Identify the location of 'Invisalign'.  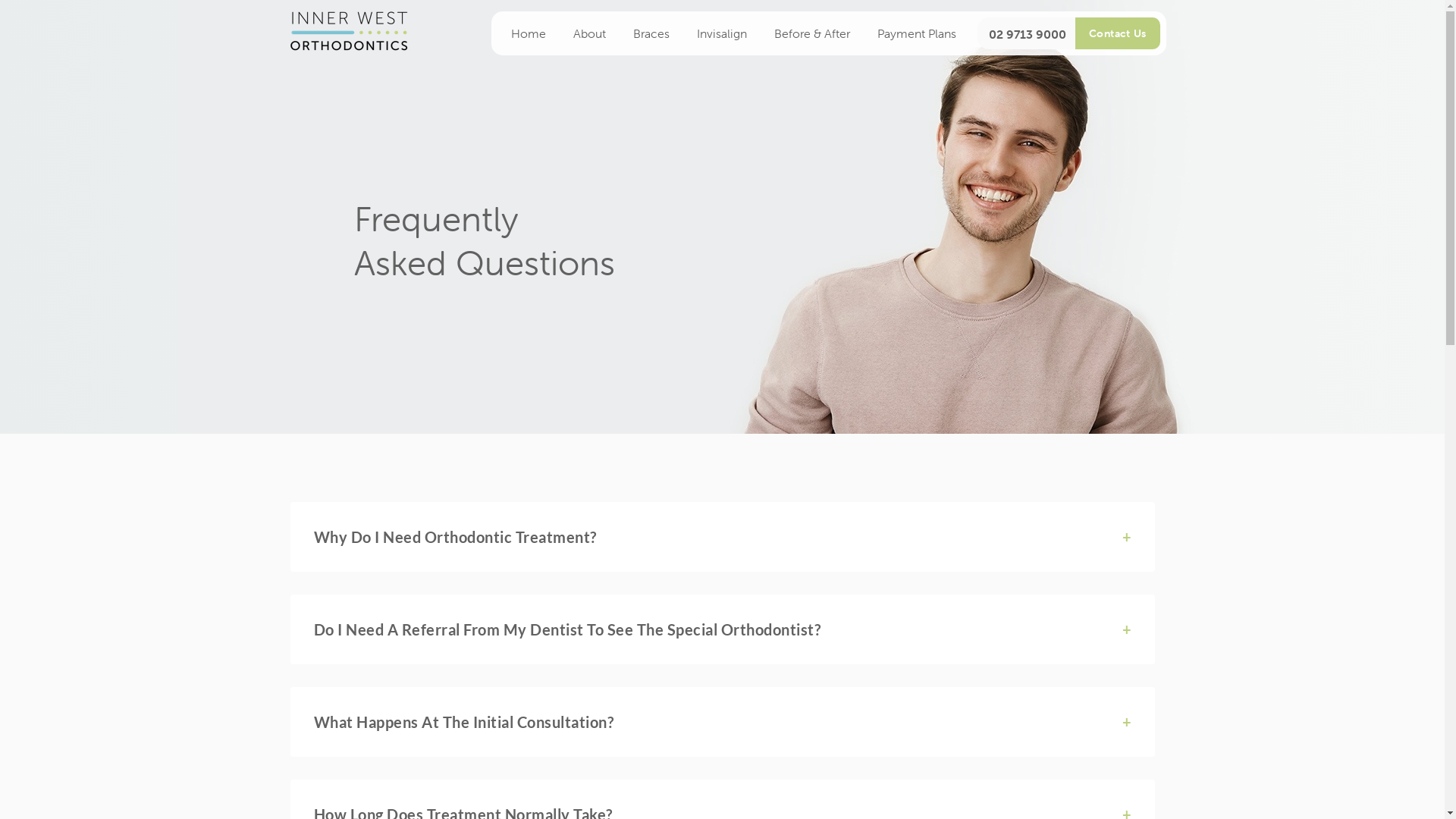
(720, 33).